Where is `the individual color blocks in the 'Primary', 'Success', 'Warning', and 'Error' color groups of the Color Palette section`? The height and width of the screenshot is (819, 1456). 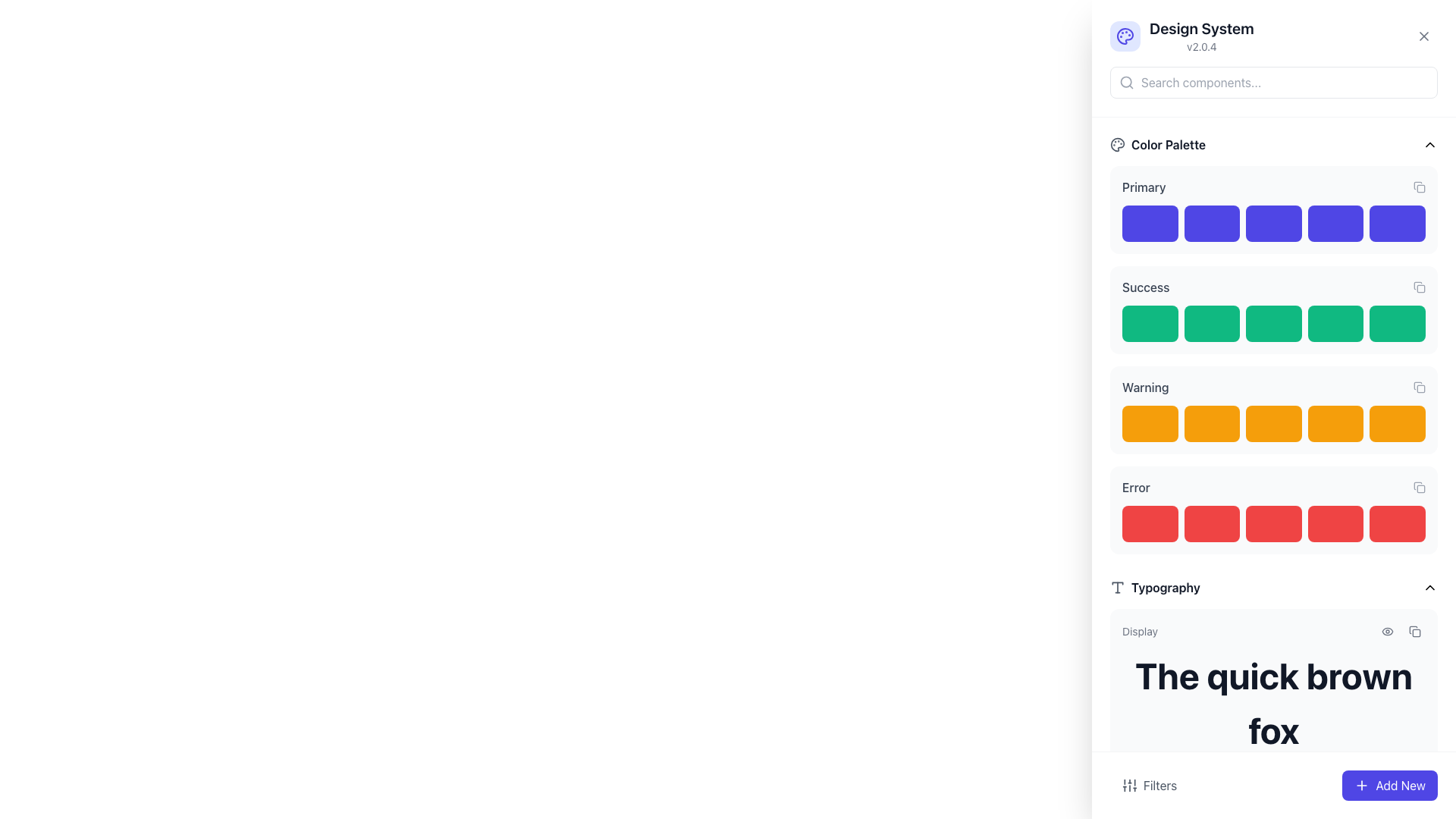
the individual color blocks in the 'Primary', 'Success', 'Warning', and 'Error' color groups of the Color Palette section is located at coordinates (1274, 359).